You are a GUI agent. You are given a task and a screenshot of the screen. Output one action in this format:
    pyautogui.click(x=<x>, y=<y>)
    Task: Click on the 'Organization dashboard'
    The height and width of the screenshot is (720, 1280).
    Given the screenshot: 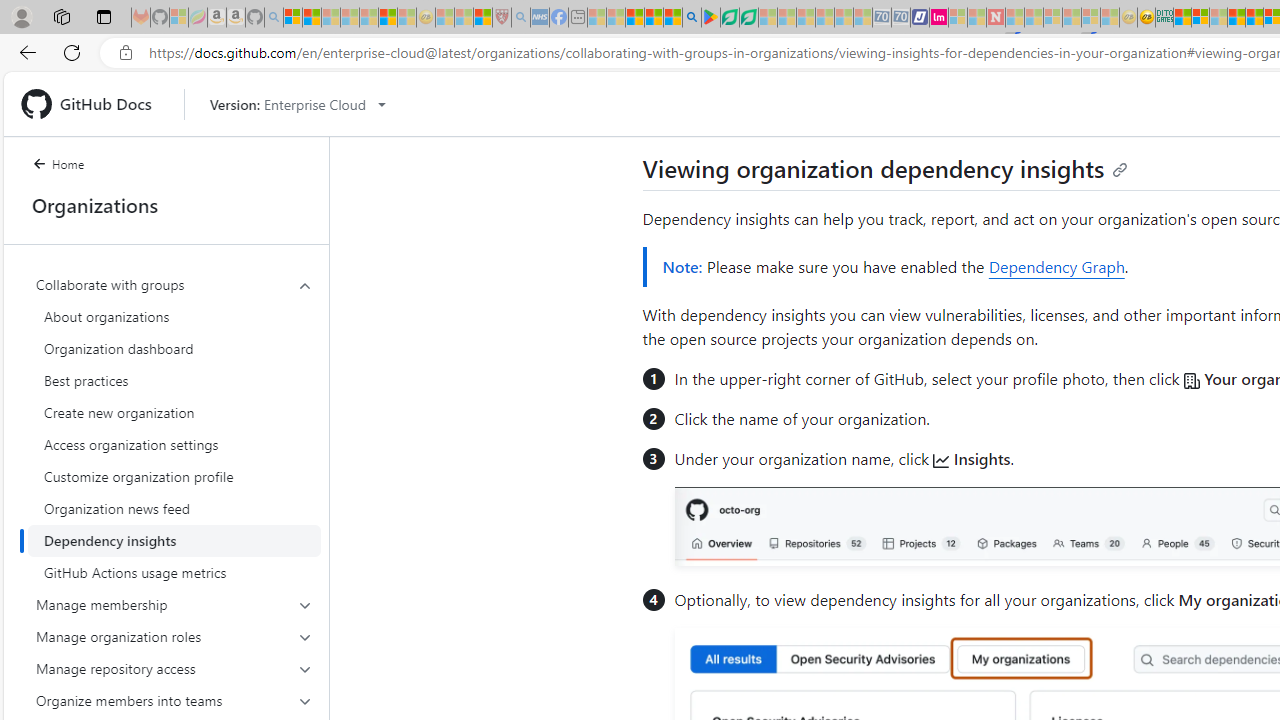 What is the action you would take?
    pyautogui.click(x=174, y=347)
    